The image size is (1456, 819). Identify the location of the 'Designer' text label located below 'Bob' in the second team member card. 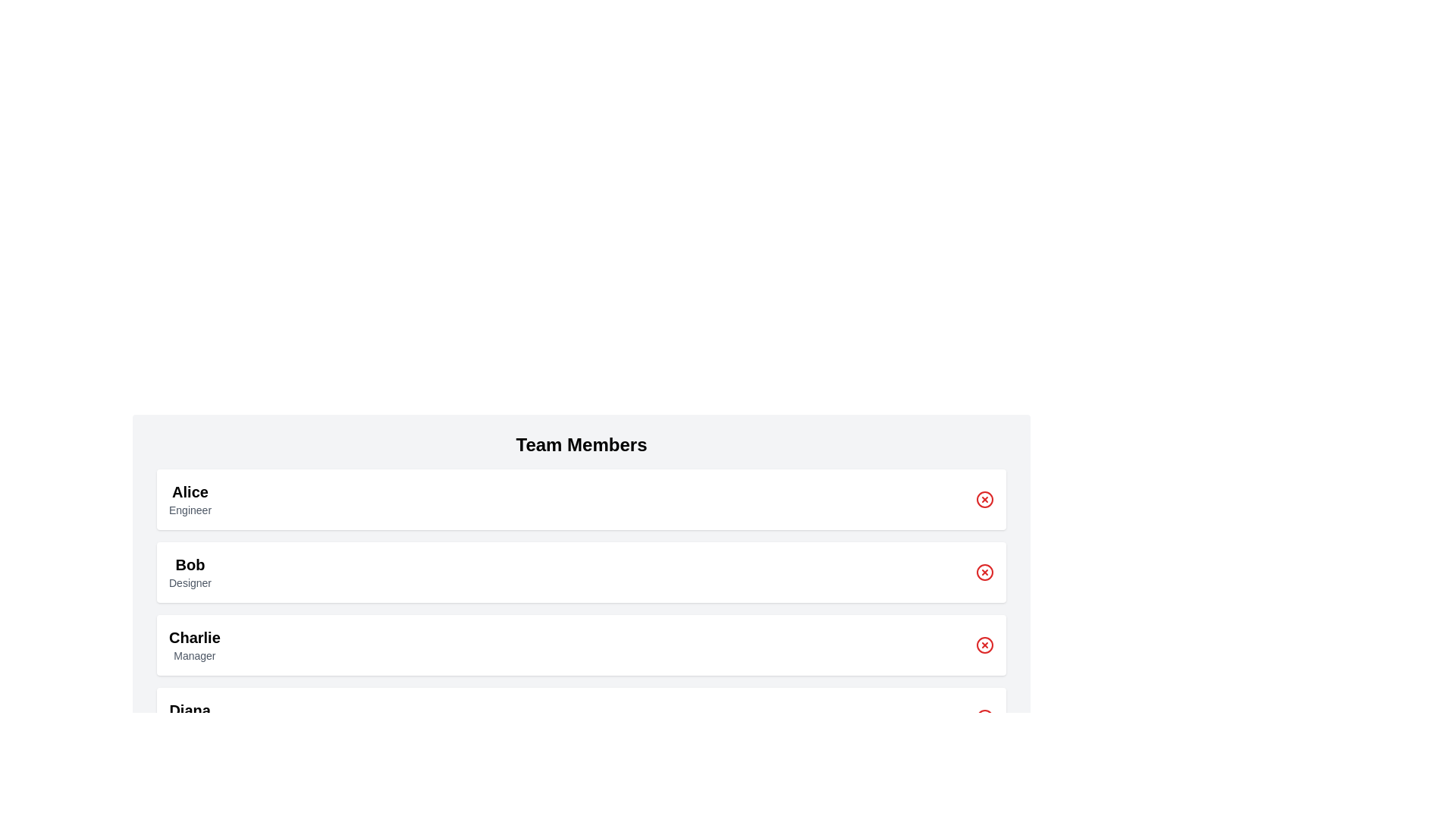
(189, 582).